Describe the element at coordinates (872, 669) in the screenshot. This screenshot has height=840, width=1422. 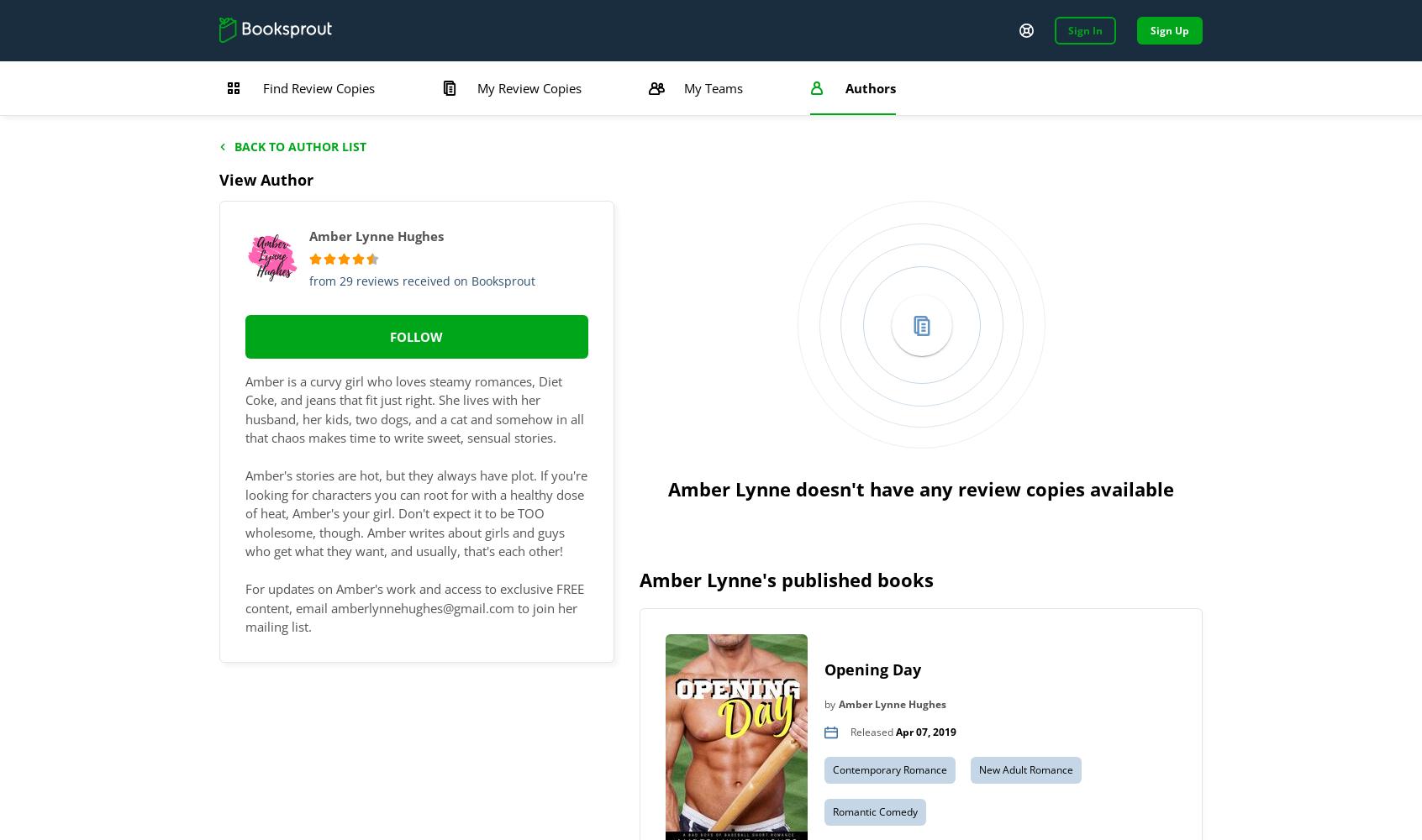
I see `'Opening Day'` at that location.